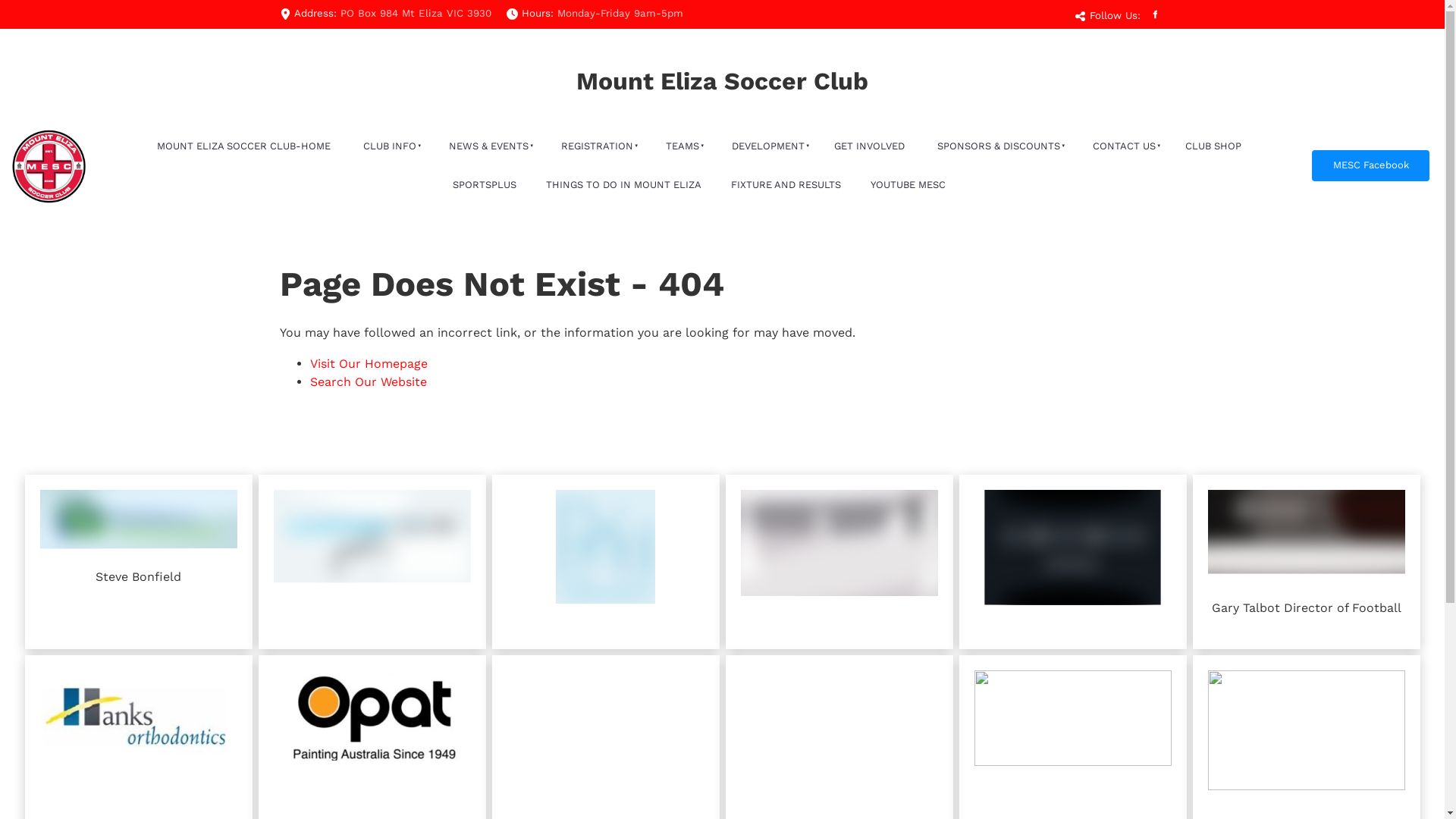 Image resolution: width=1456 pixels, height=819 pixels. I want to click on 'NEWS & EVENTS', so click(487, 146).